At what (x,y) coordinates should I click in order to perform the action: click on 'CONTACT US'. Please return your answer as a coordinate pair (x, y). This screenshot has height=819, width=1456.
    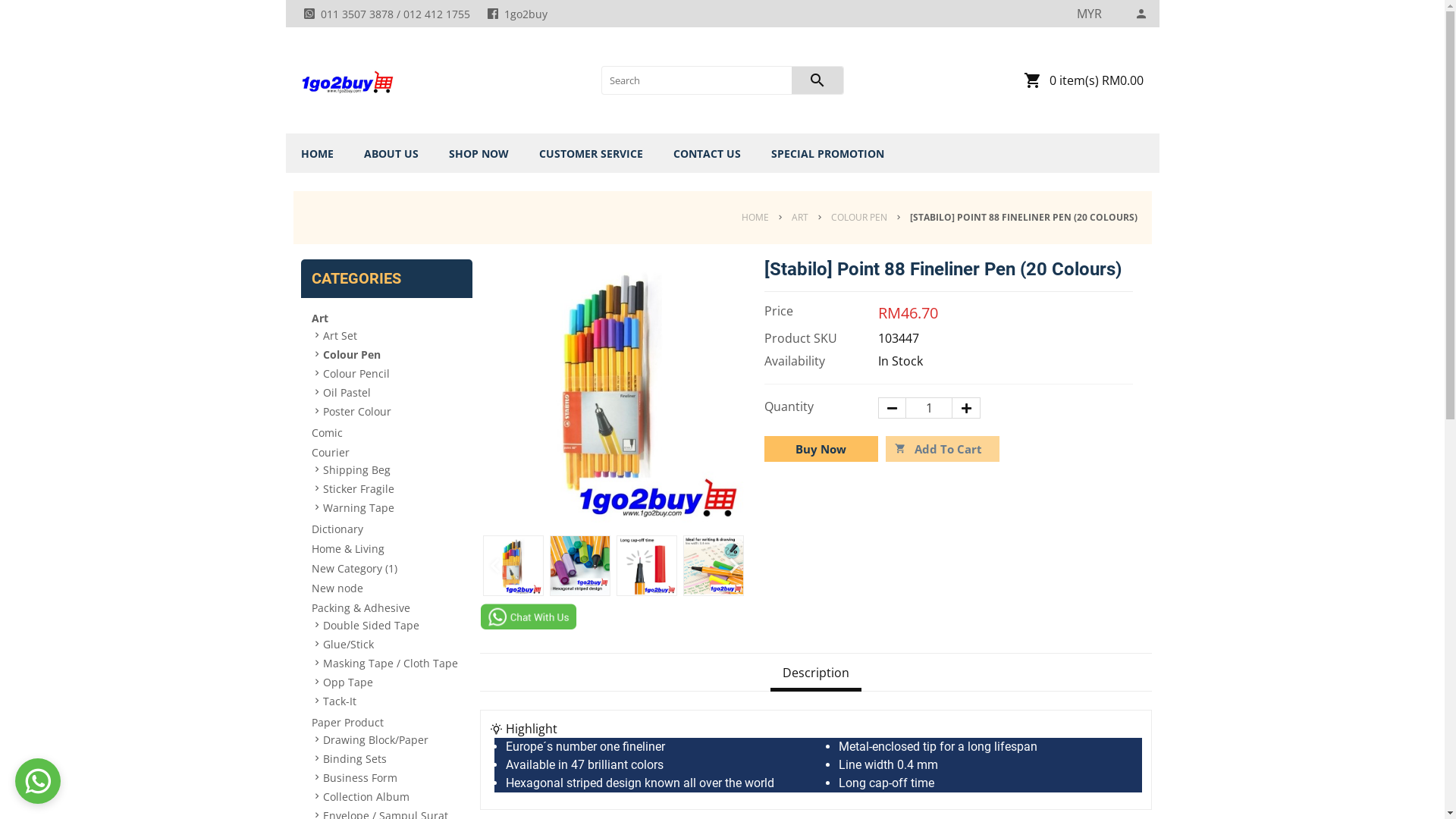
    Looking at the image, I should click on (706, 153).